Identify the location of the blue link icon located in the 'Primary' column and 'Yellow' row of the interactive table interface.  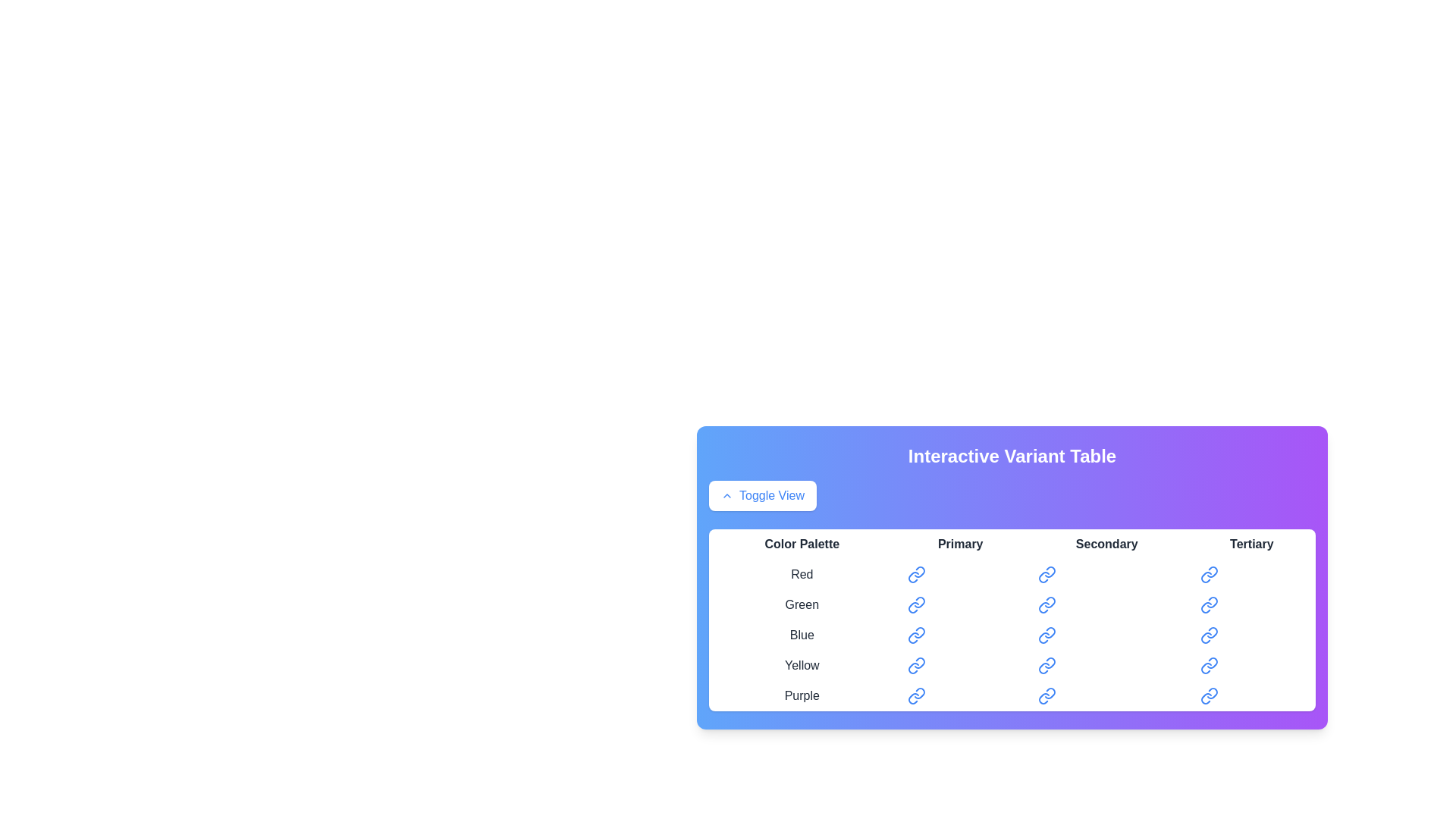
(918, 662).